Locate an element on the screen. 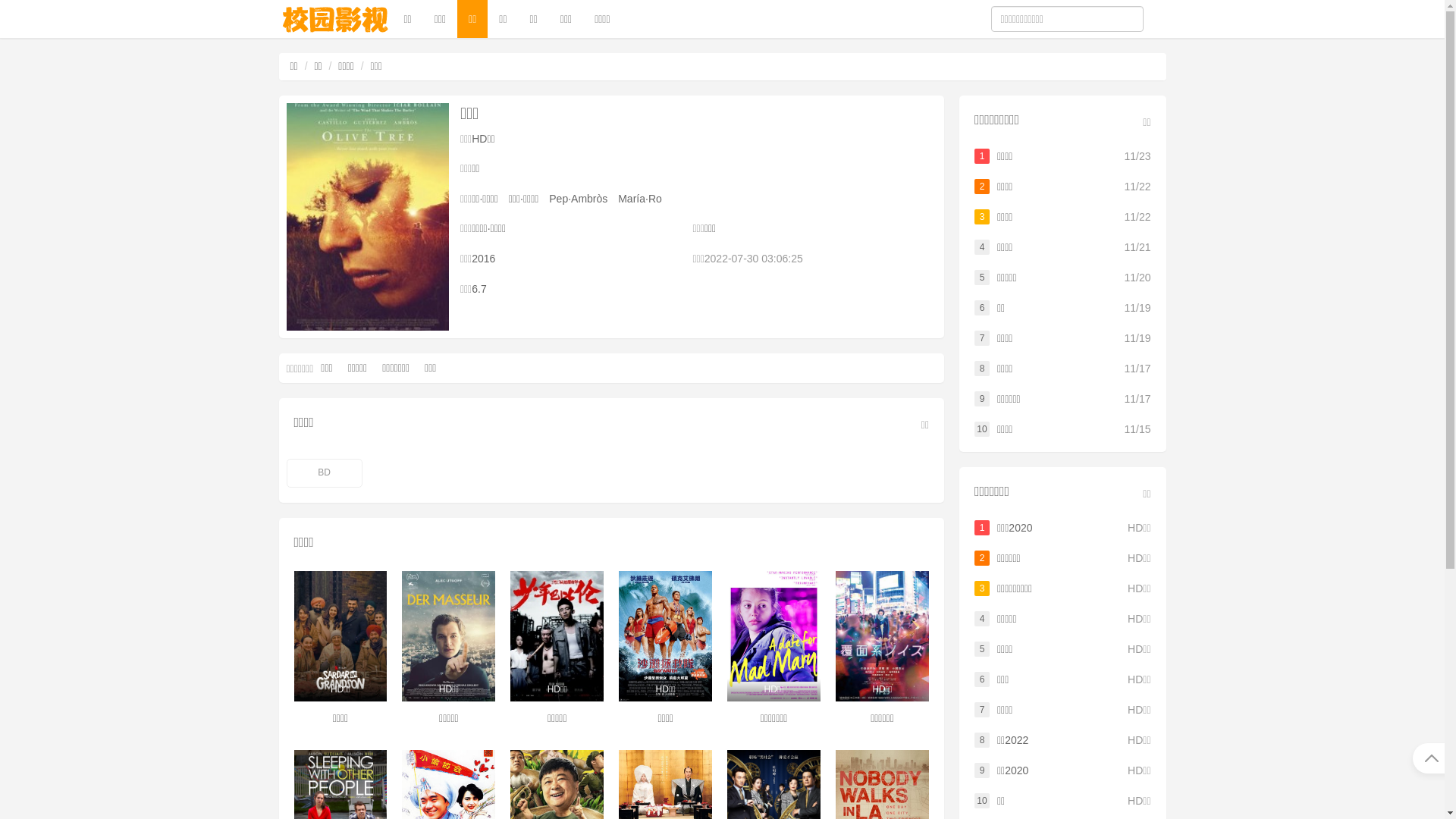 This screenshot has width=1456, height=819. 'BD' is located at coordinates (323, 472).